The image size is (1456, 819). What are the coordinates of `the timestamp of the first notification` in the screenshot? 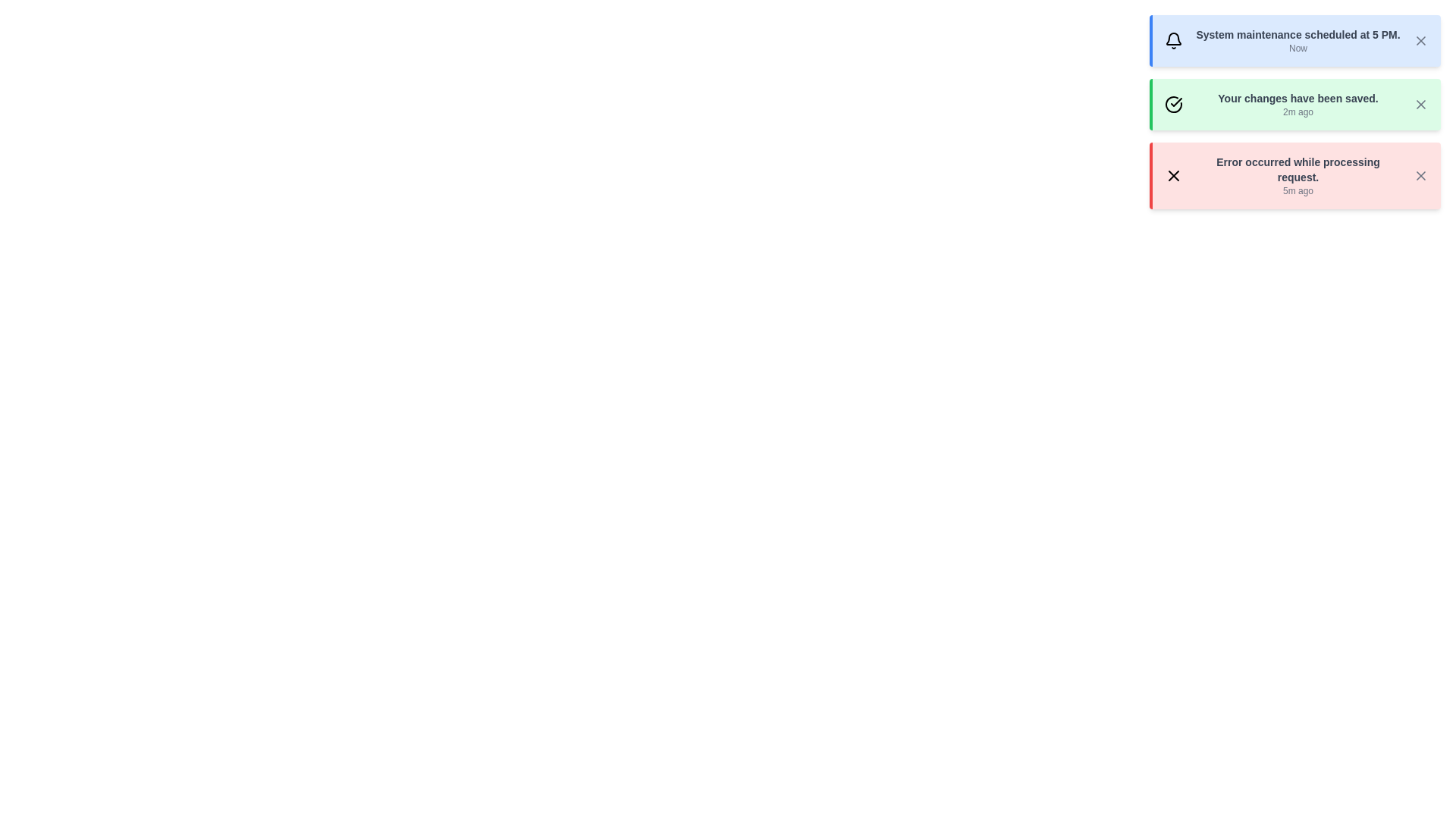 It's located at (1298, 48).